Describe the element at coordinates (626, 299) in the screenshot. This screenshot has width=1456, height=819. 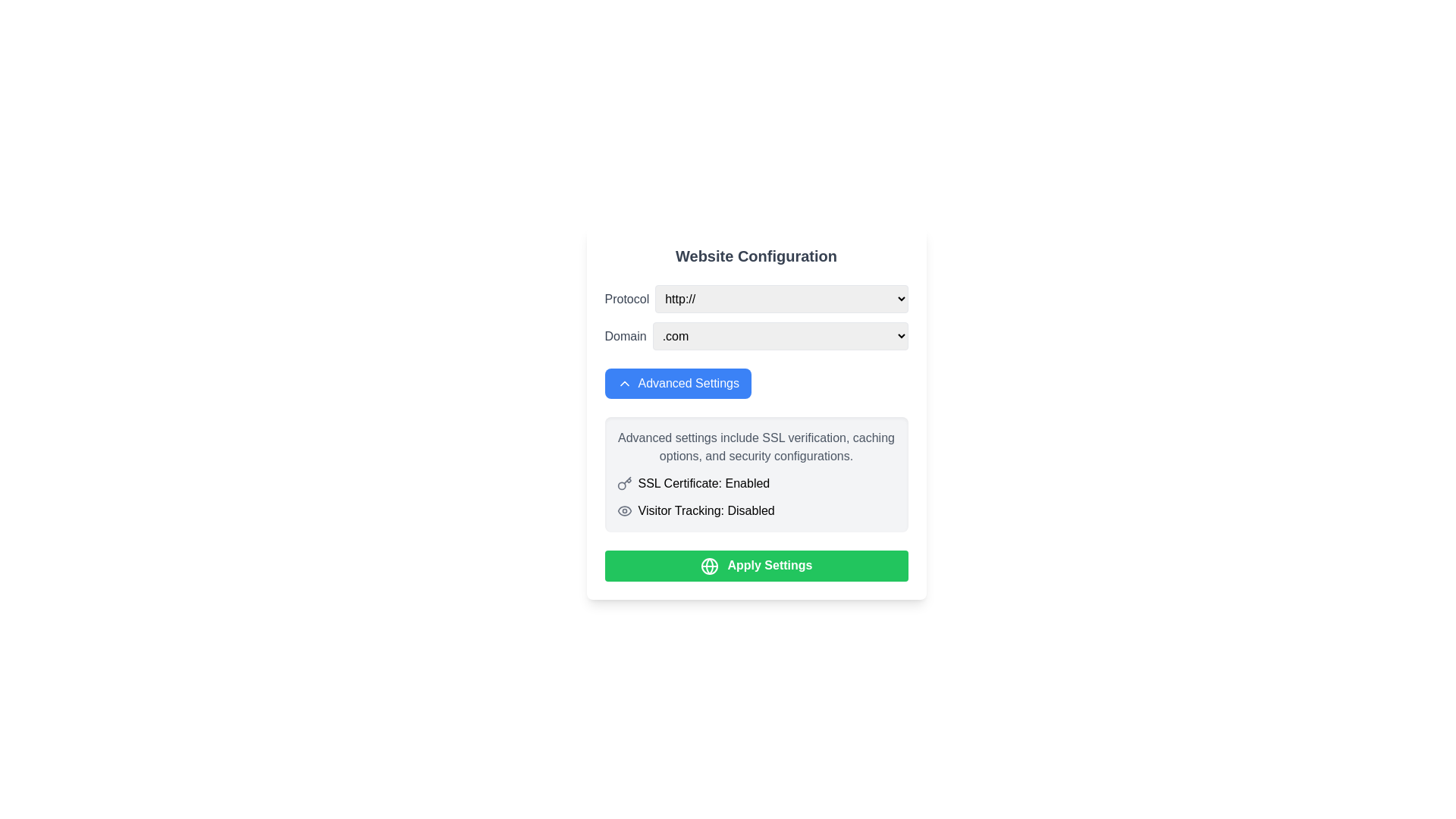
I see `the label that indicates the purpose of the adjacent dropdown input in the 'Website Configuration' form box` at that location.